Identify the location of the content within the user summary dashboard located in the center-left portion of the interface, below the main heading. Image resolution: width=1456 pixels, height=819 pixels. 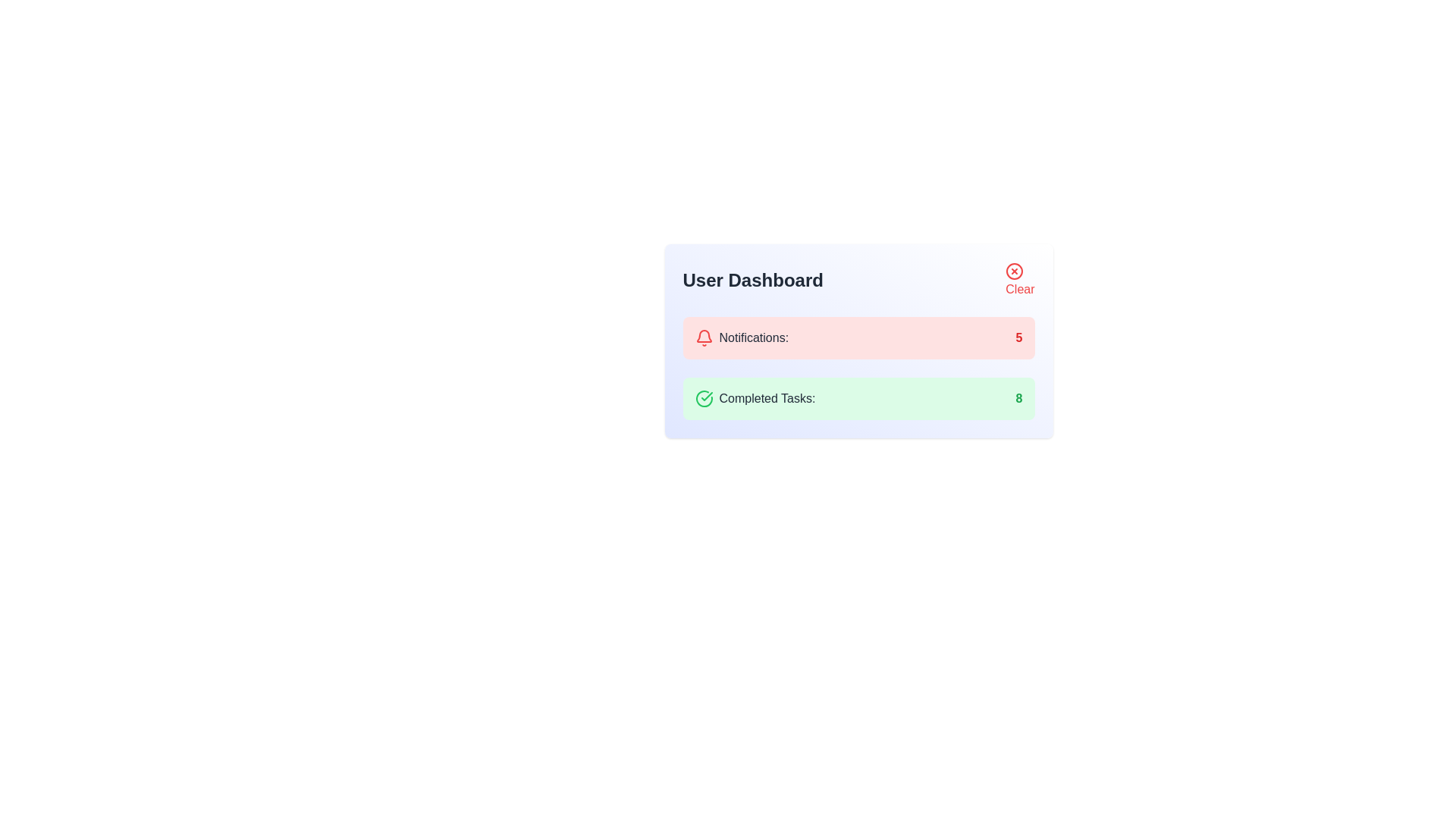
(858, 341).